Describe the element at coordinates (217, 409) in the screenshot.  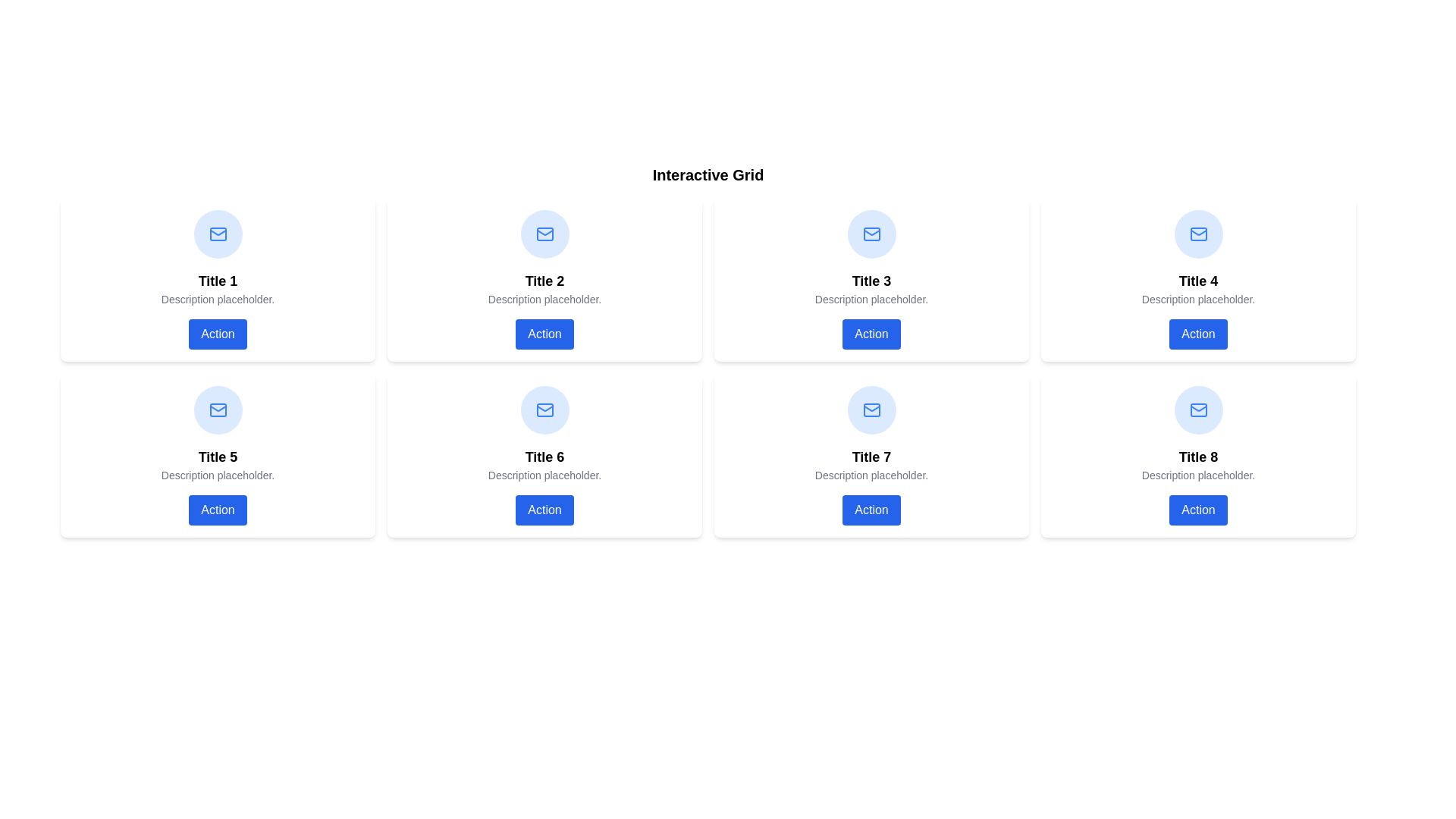
I see `the circular mail icon with a soft blue background located at the top center of the card labeled 'Title 5' and 'Description placeholder.'` at that location.